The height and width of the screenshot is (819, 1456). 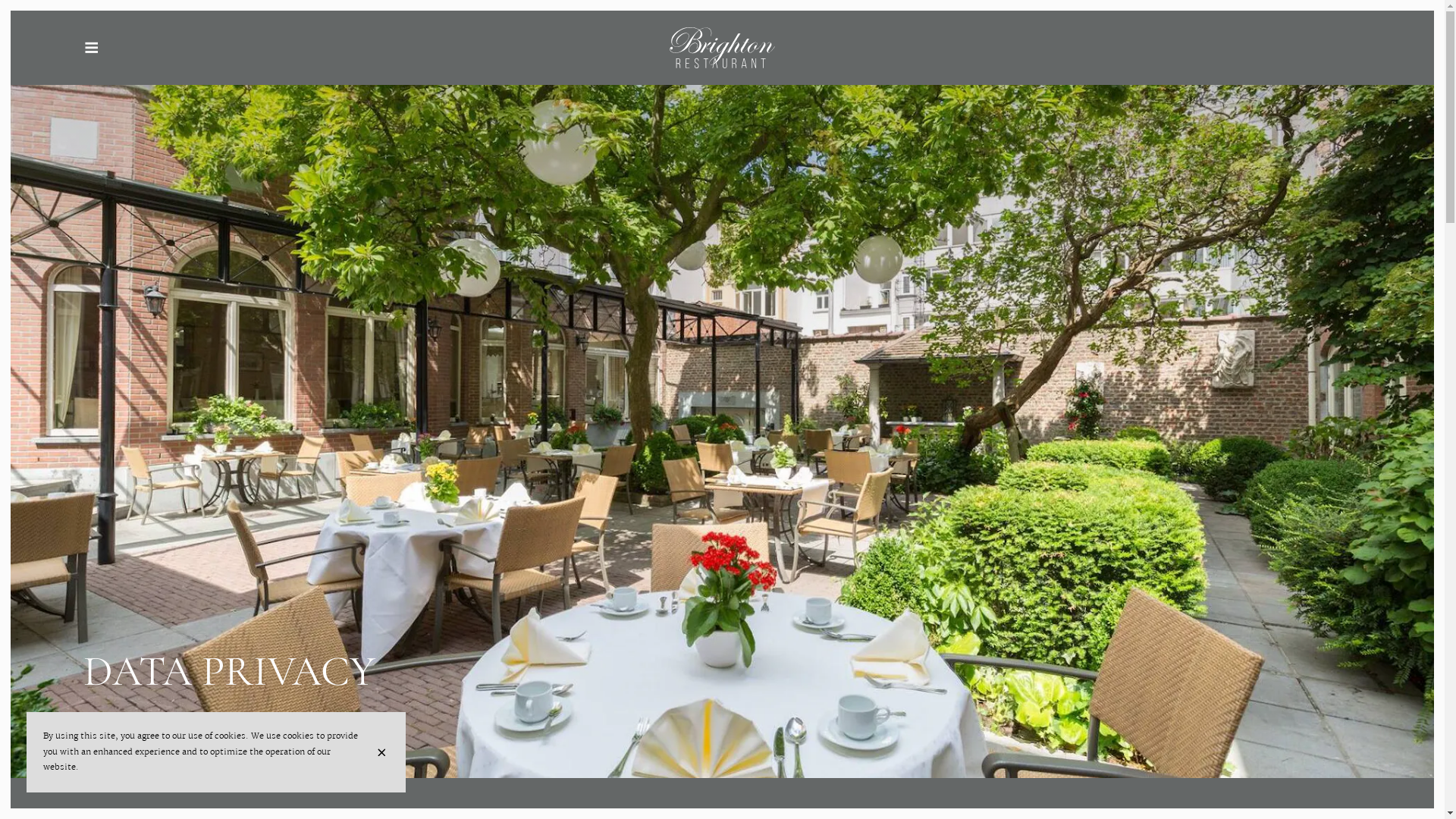 What do you see at coordinates (383, 752) in the screenshot?
I see `'Close the cookie information banner'` at bounding box center [383, 752].